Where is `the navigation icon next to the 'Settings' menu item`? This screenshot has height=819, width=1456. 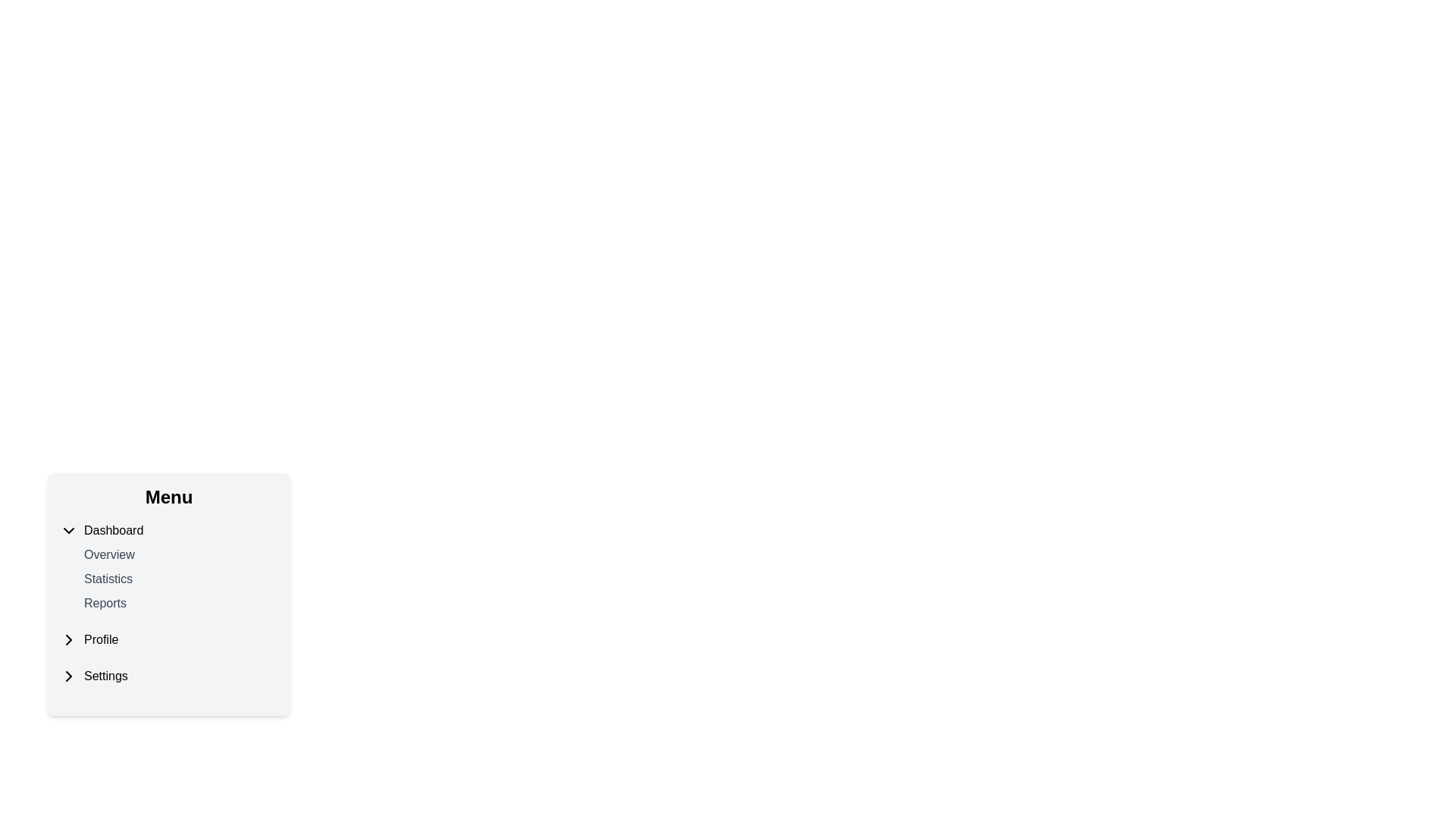
the navigation icon next to the 'Settings' menu item is located at coordinates (68, 675).